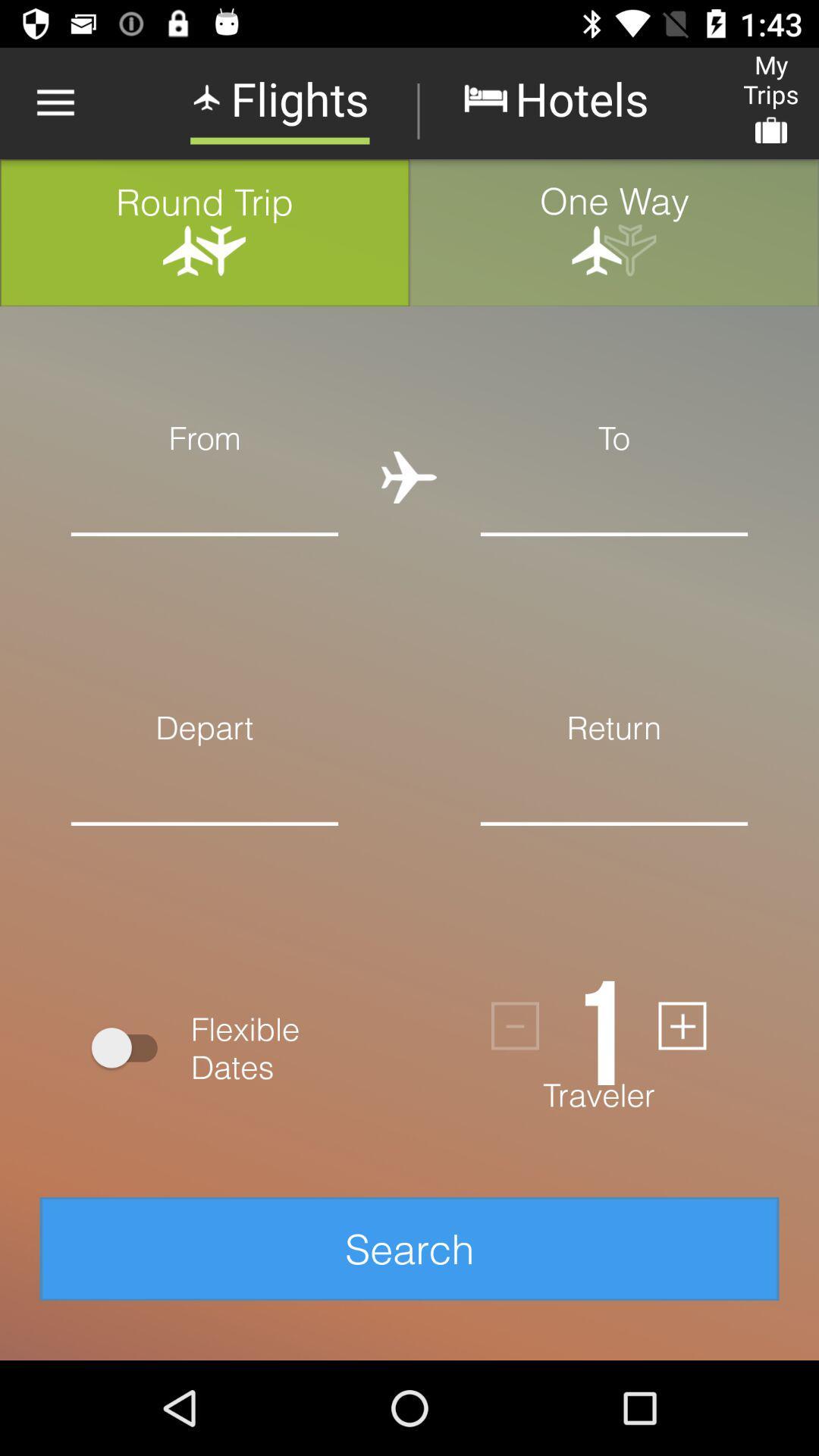 Image resolution: width=819 pixels, height=1456 pixels. What do you see at coordinates (614, 496) in the screenshot?
I see `the icon below the to icon` at bounding box center [614, 496].